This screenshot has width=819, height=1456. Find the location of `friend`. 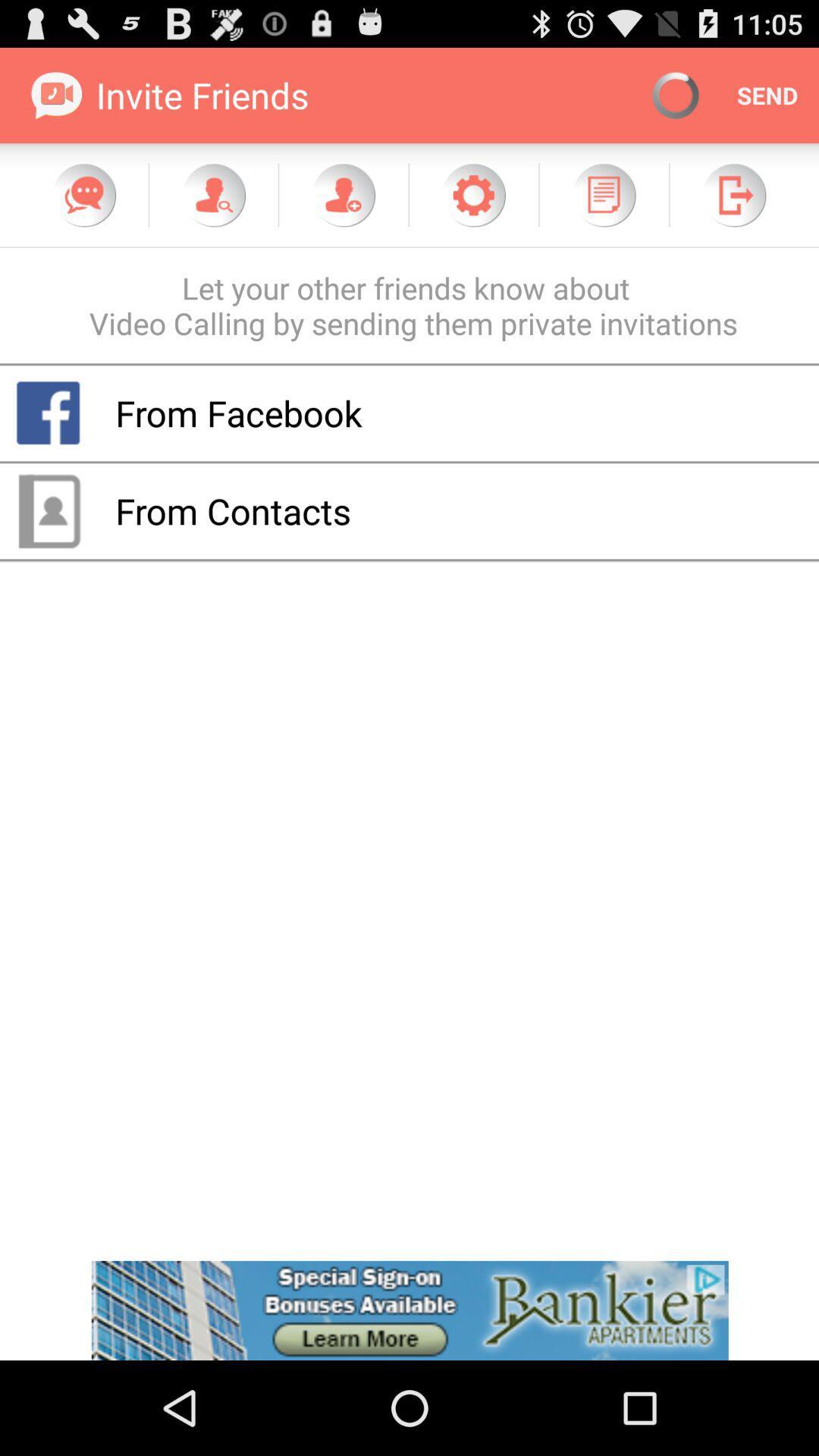

friend is located at coordinates (343, 194).